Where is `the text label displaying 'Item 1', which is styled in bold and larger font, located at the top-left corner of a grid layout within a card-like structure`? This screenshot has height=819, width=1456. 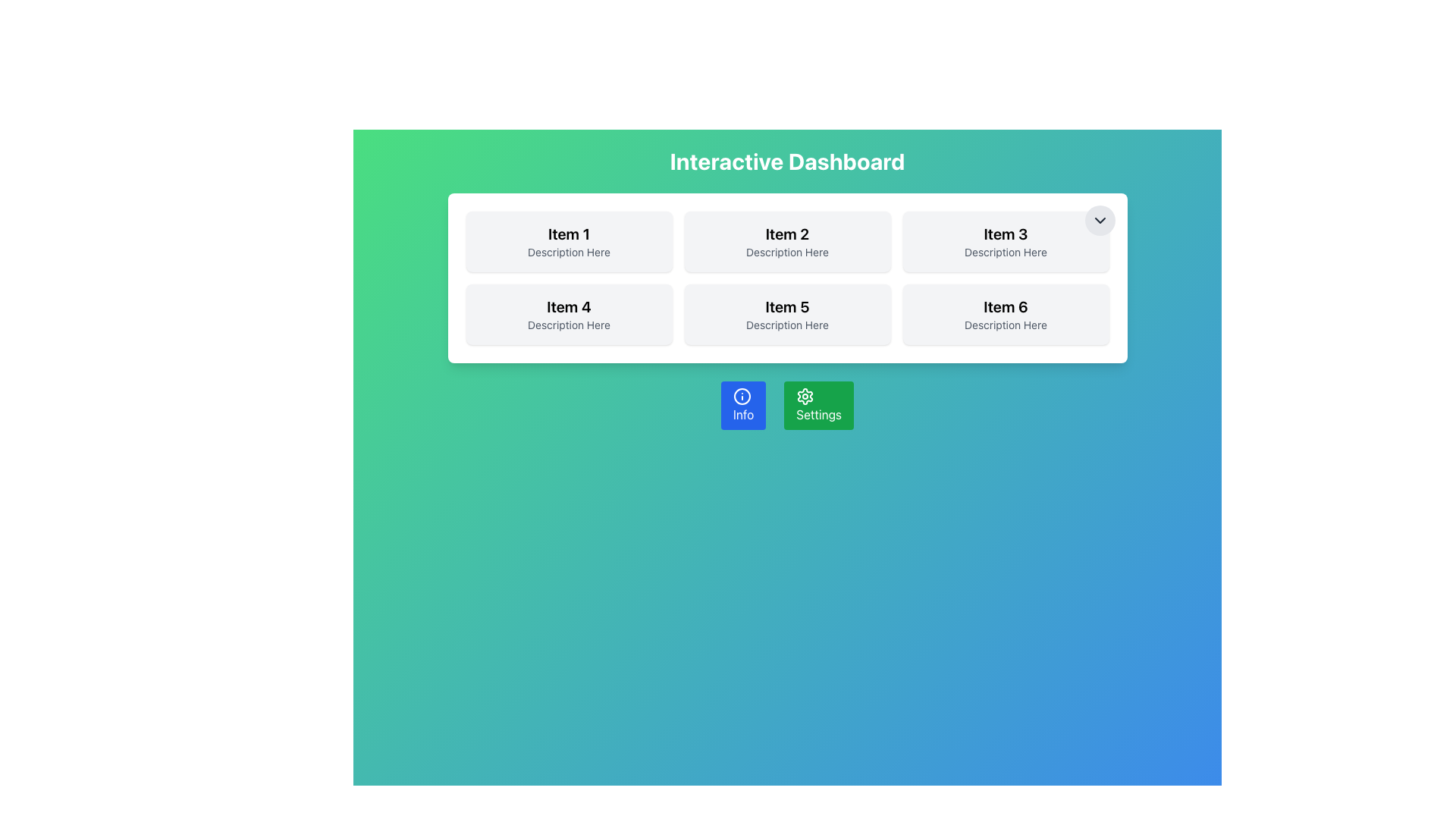 the text label displaying 'Item 1', which is styled in bold and larger font, located at the top-left corner of a grid layout within a card-like structure is located at coordinates (568, 234).